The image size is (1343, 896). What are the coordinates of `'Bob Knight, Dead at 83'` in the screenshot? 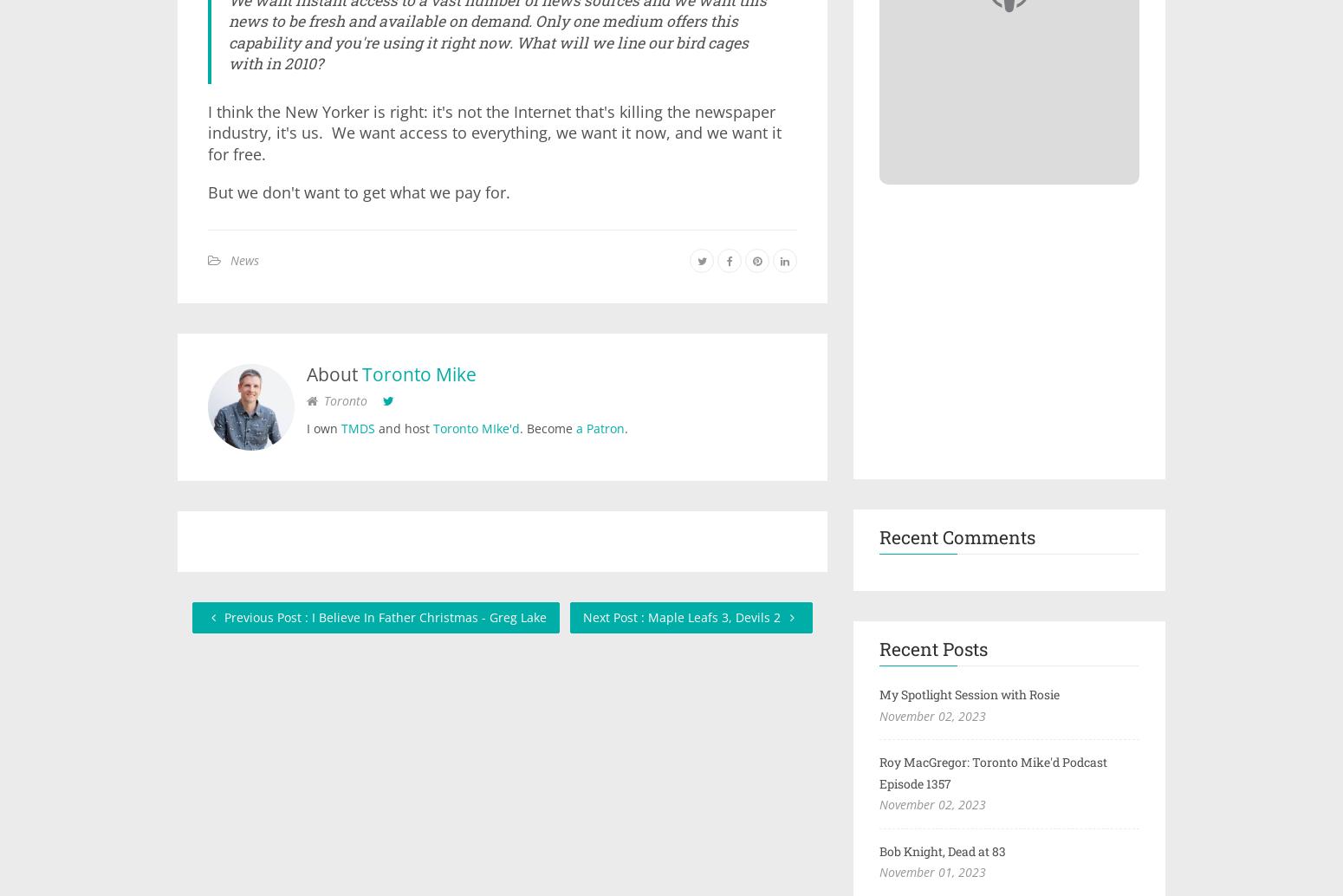 It's located at (879, 849).